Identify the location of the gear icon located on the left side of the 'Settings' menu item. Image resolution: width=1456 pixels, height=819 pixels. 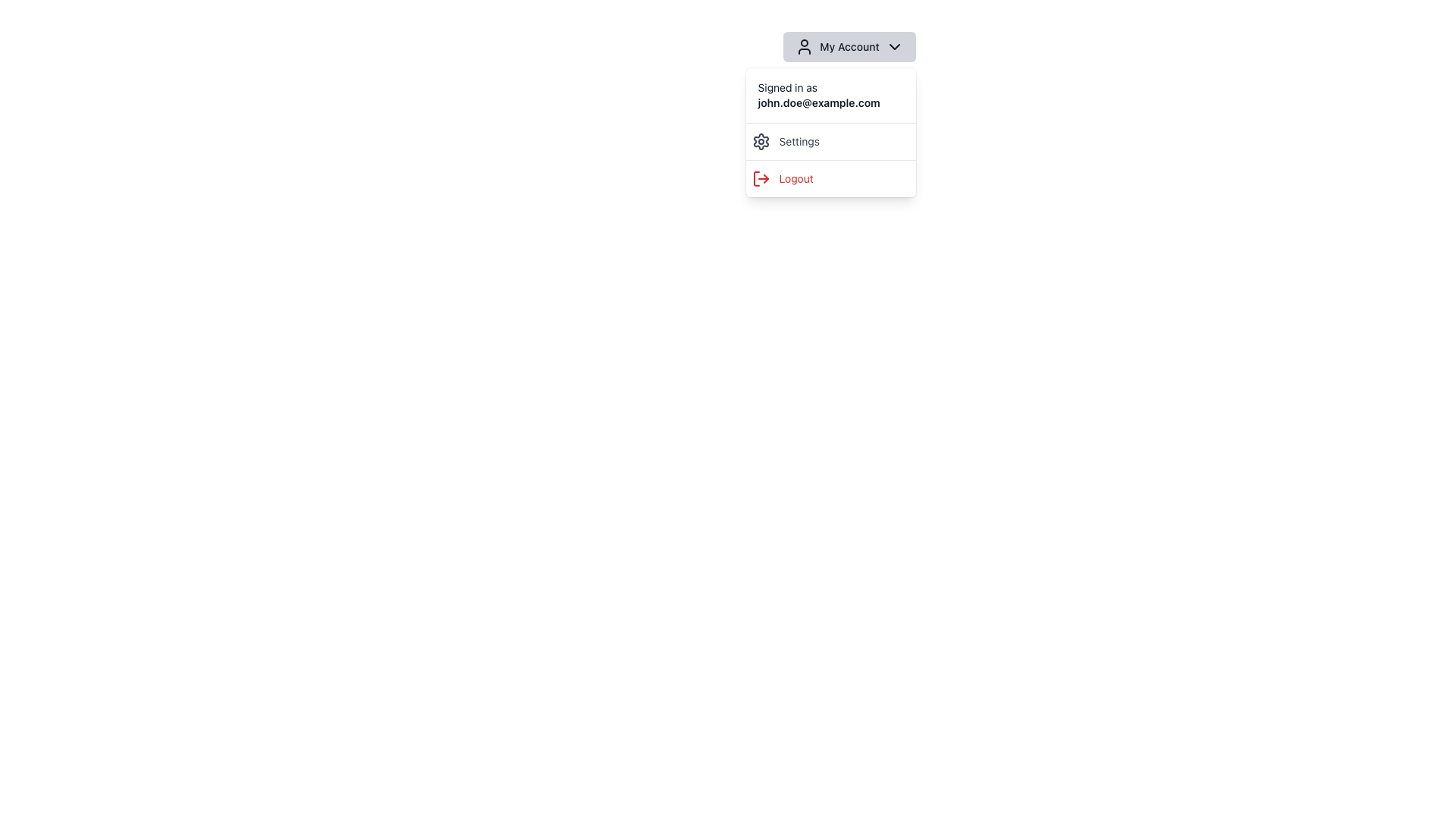
(761, 141).